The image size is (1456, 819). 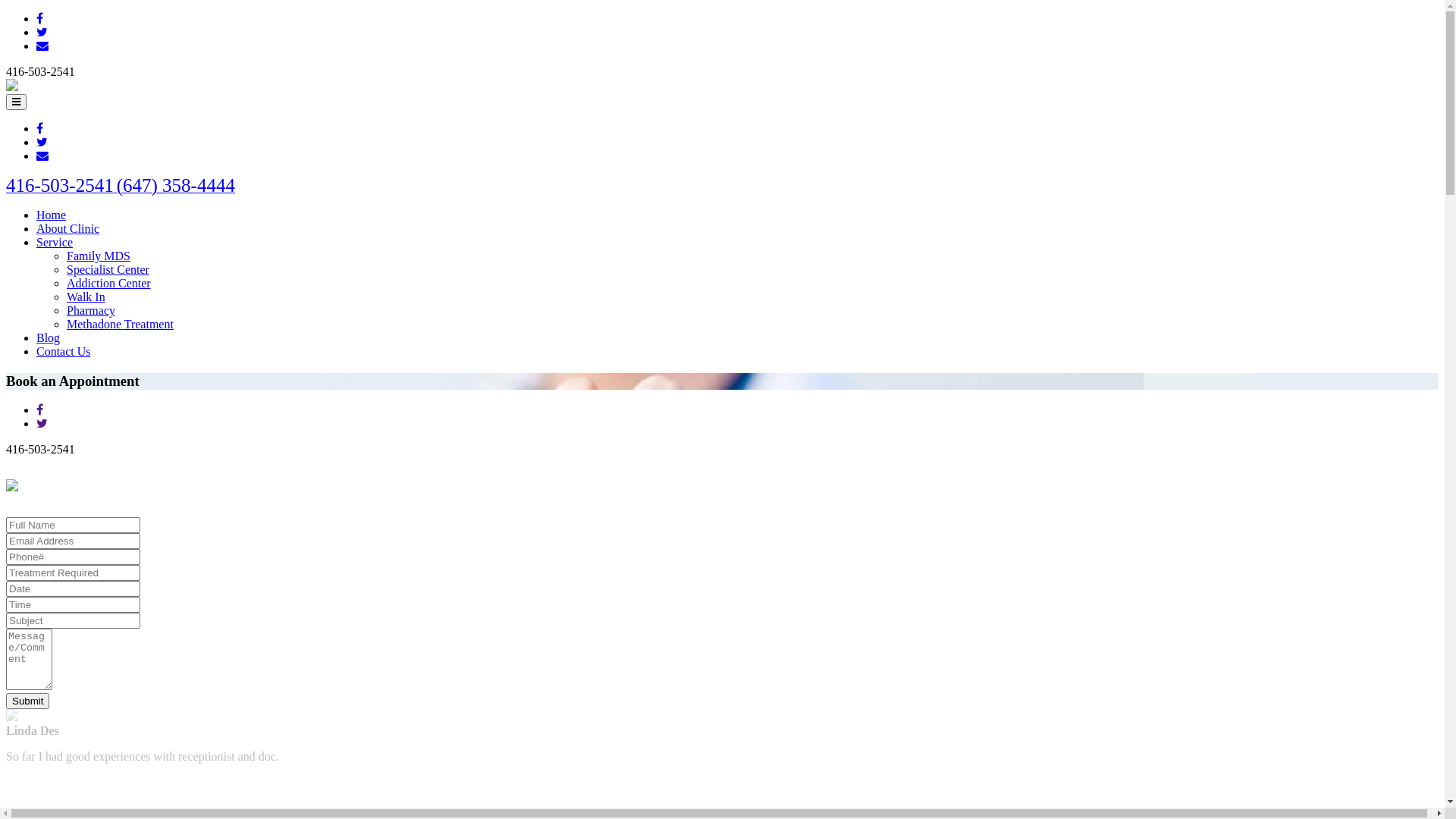 What do you see at coordinates (36, 228) in the screenshot?
I see `'About Clinic'` at bounding box center [36, 228].